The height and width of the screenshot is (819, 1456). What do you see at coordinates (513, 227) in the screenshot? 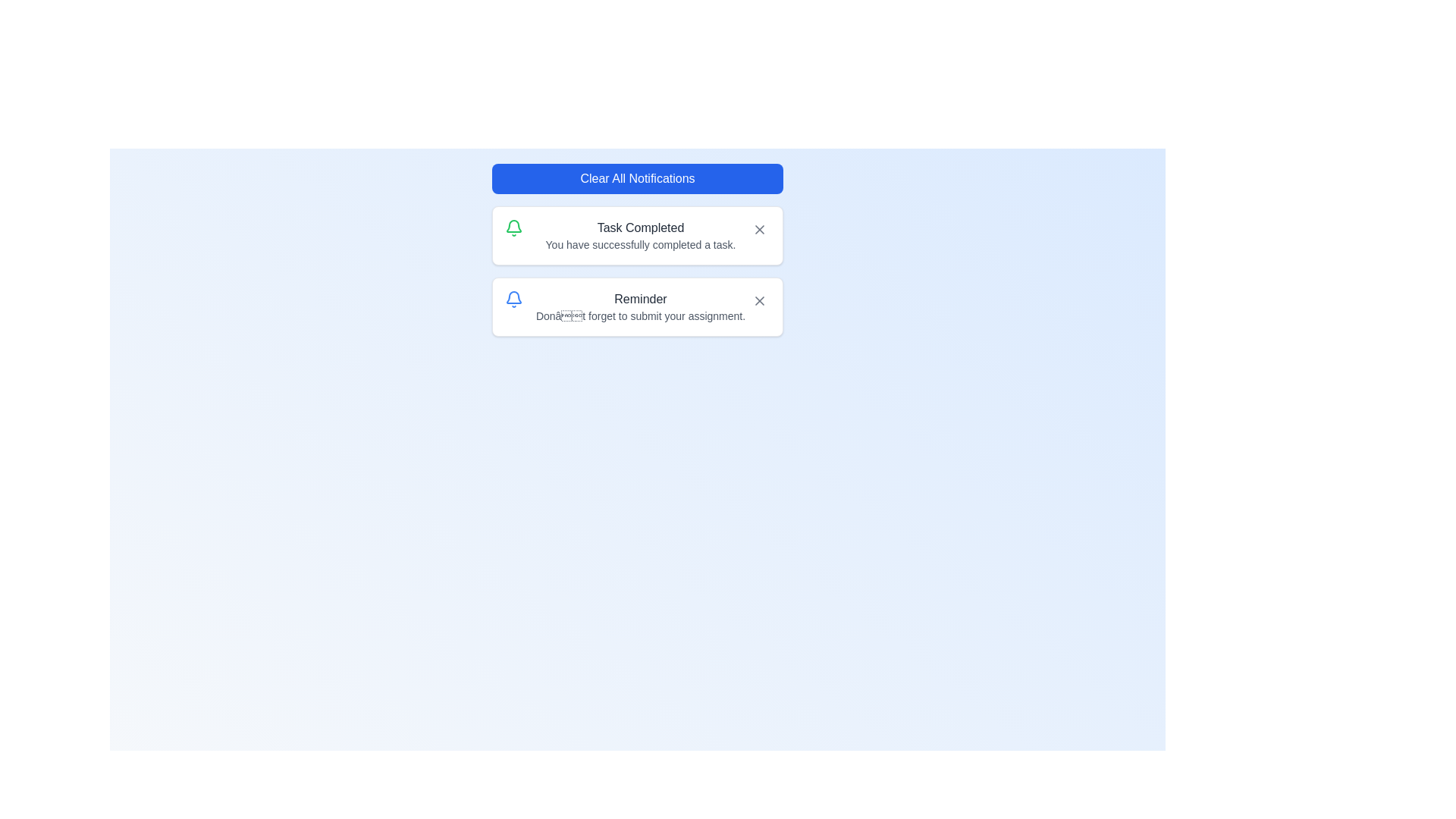
I see `the bell icon located to the left of the 'Task Completed' title in the notification card` at bounding box center [513, 227].